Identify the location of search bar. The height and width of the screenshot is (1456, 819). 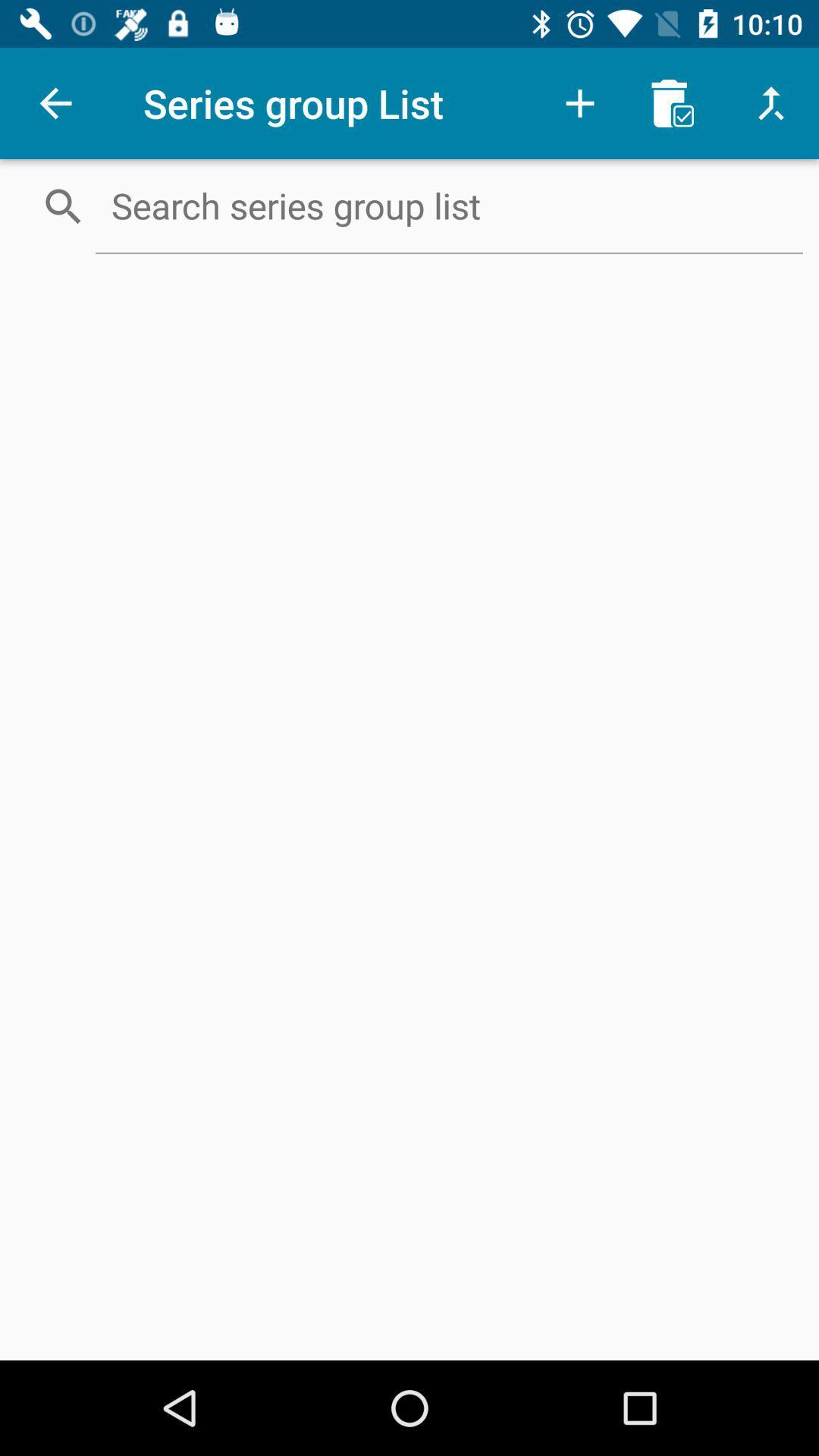
(448, 205).